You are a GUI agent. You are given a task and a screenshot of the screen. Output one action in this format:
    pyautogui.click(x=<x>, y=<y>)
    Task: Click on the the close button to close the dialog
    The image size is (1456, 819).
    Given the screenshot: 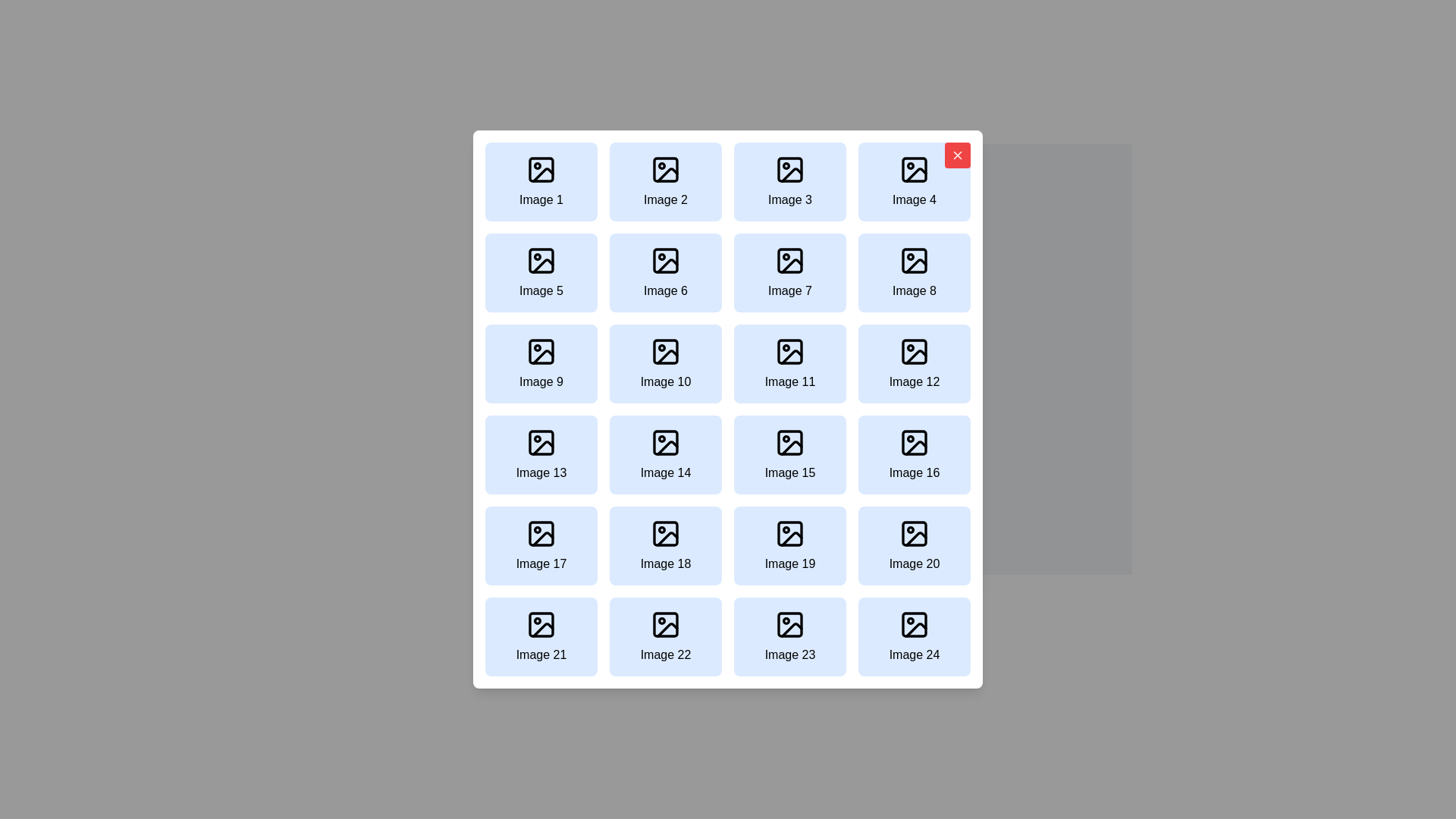 What is the action you would take?
    pyautogui.click(x=956, y=155)
    